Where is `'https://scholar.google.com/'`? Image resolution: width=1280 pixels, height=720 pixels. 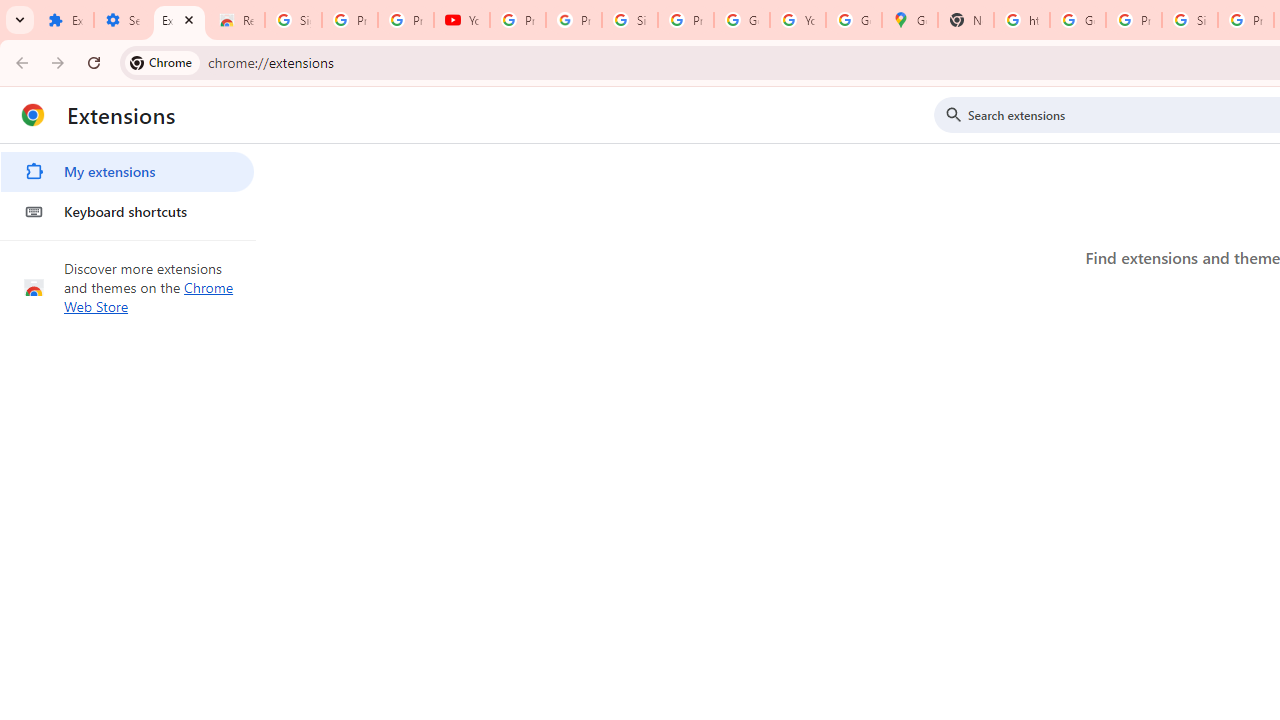 'https://scholar.google.com/' is located at coordinates (1022, 20).